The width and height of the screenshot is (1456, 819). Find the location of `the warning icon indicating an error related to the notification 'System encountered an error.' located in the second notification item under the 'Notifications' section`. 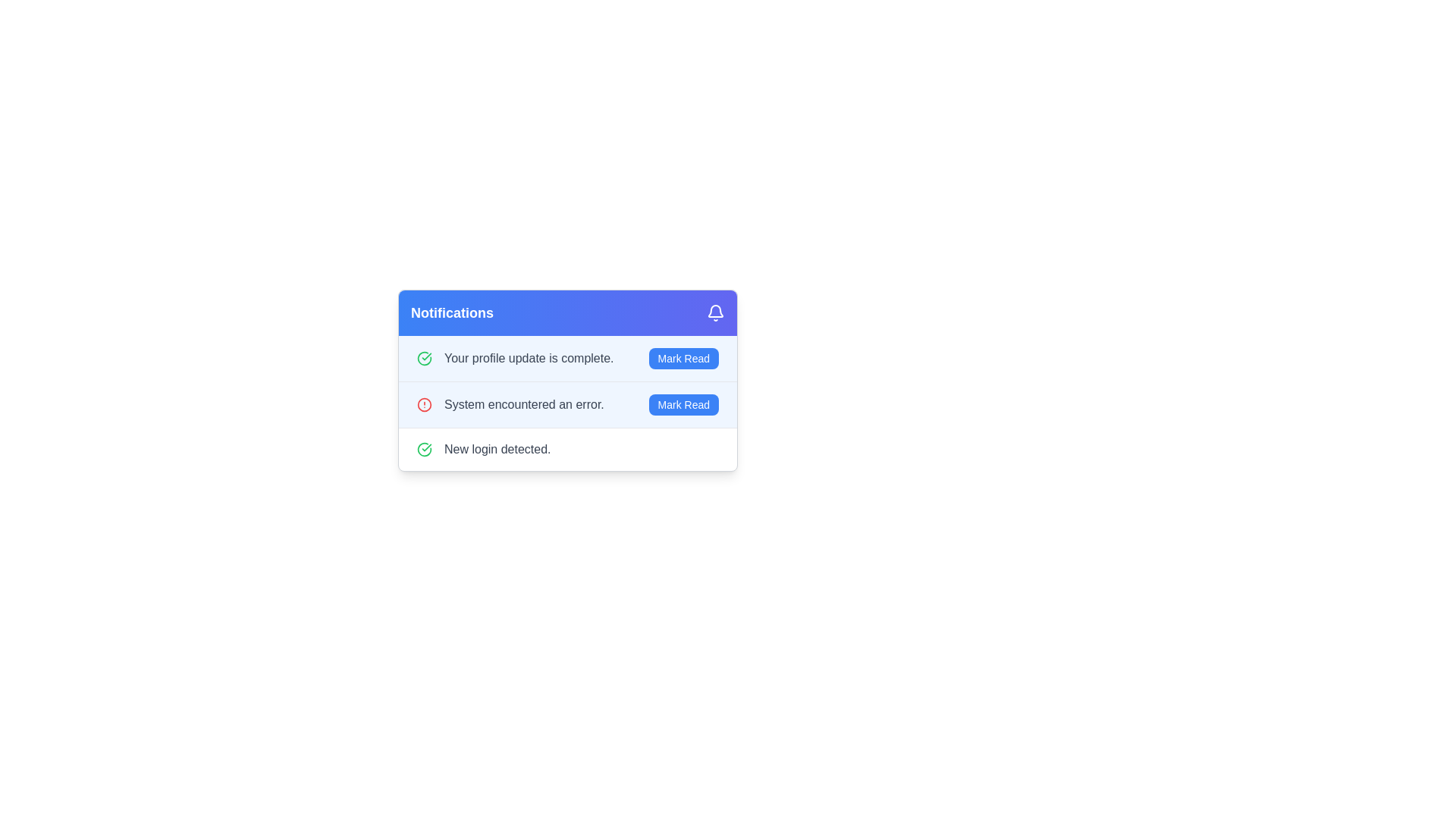

the warning icon indicating an error related to the notification 'System encountered an error.' located in the second notification item under the 'Notifications' section is located at coordinates (425, 403).